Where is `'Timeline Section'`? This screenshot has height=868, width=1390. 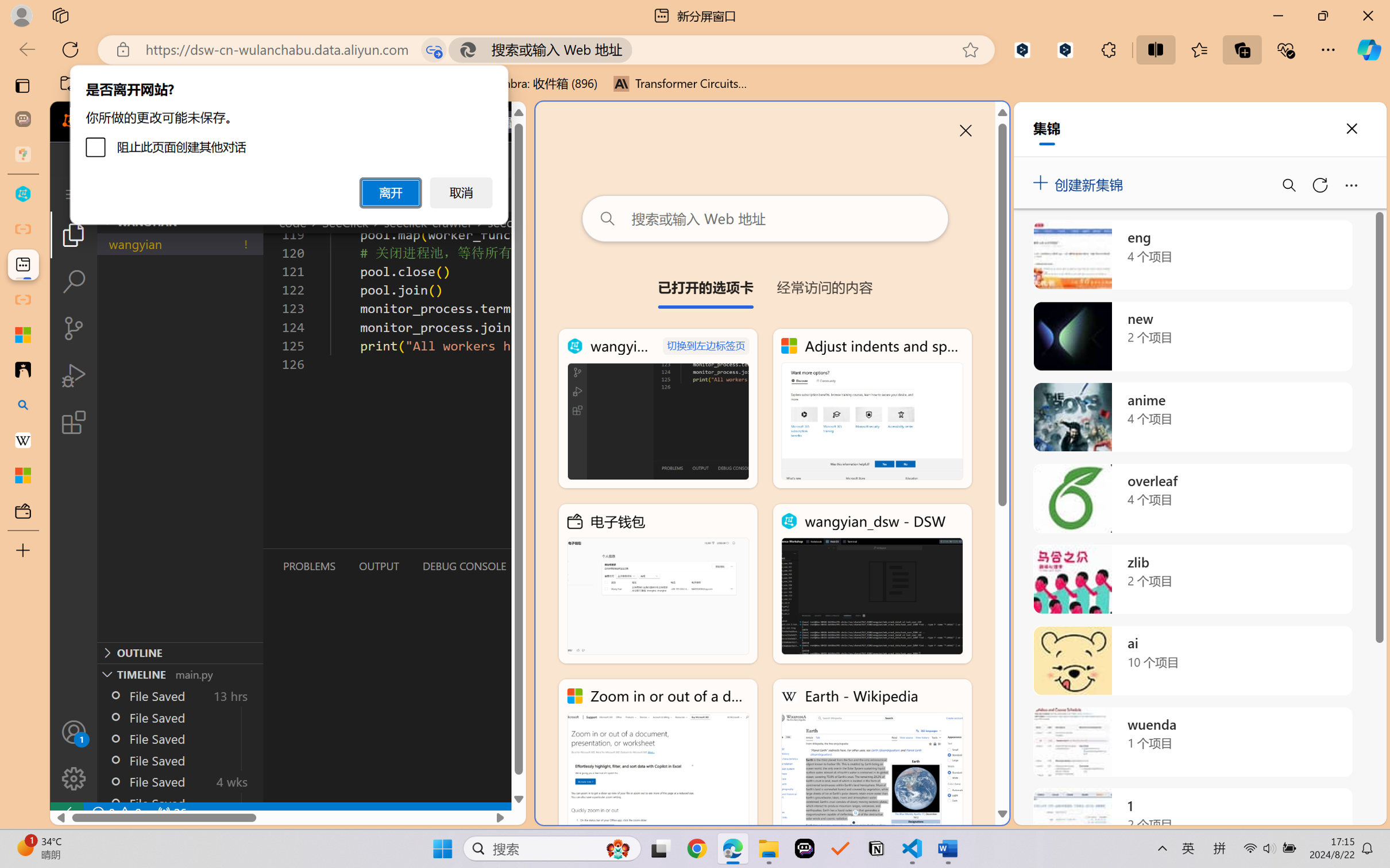
'Timeline Section' is located at coordinates (180, 674).